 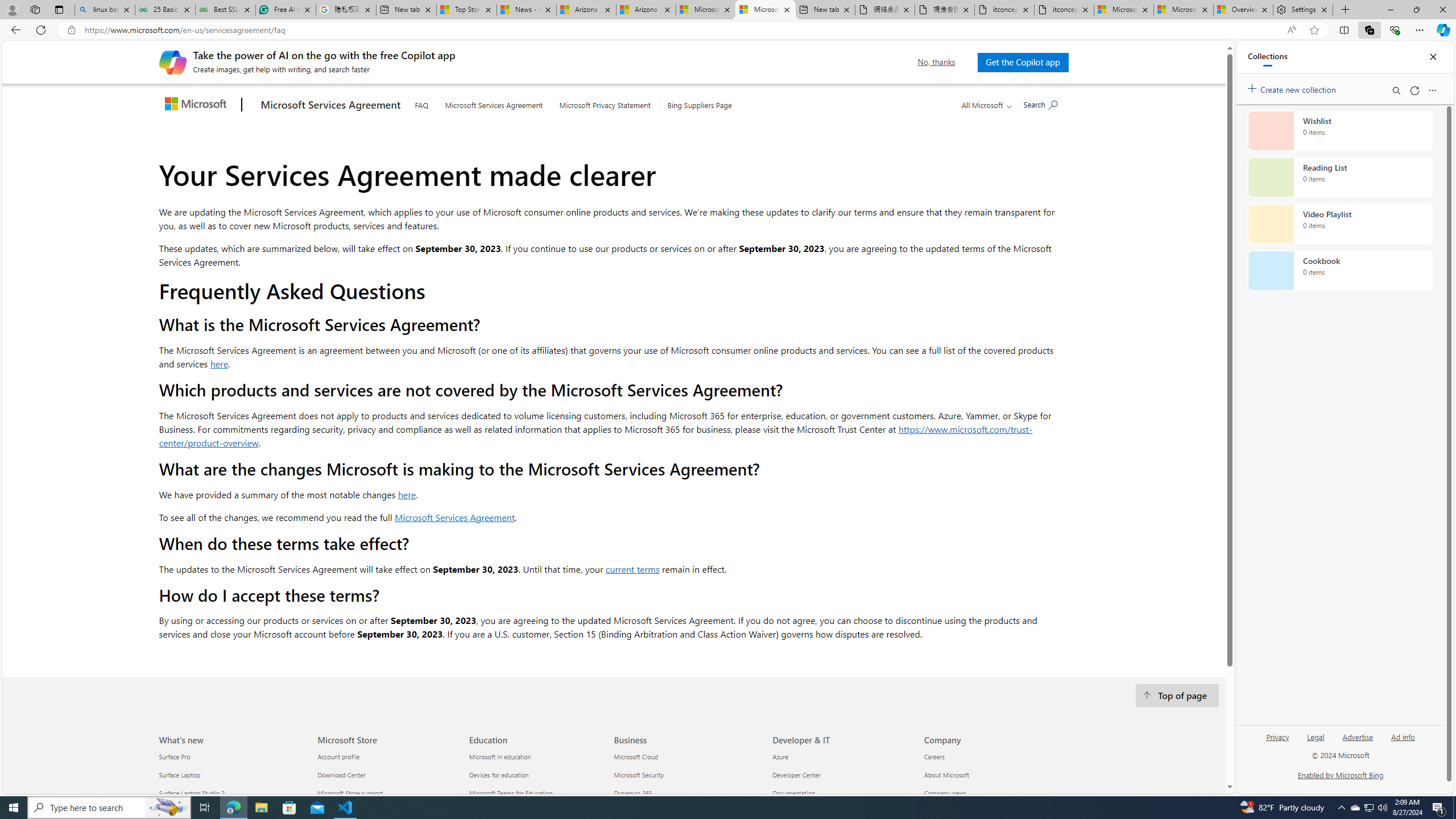 I want to click on 'Developer Center Developer & IT', so click(x=796, y=775).